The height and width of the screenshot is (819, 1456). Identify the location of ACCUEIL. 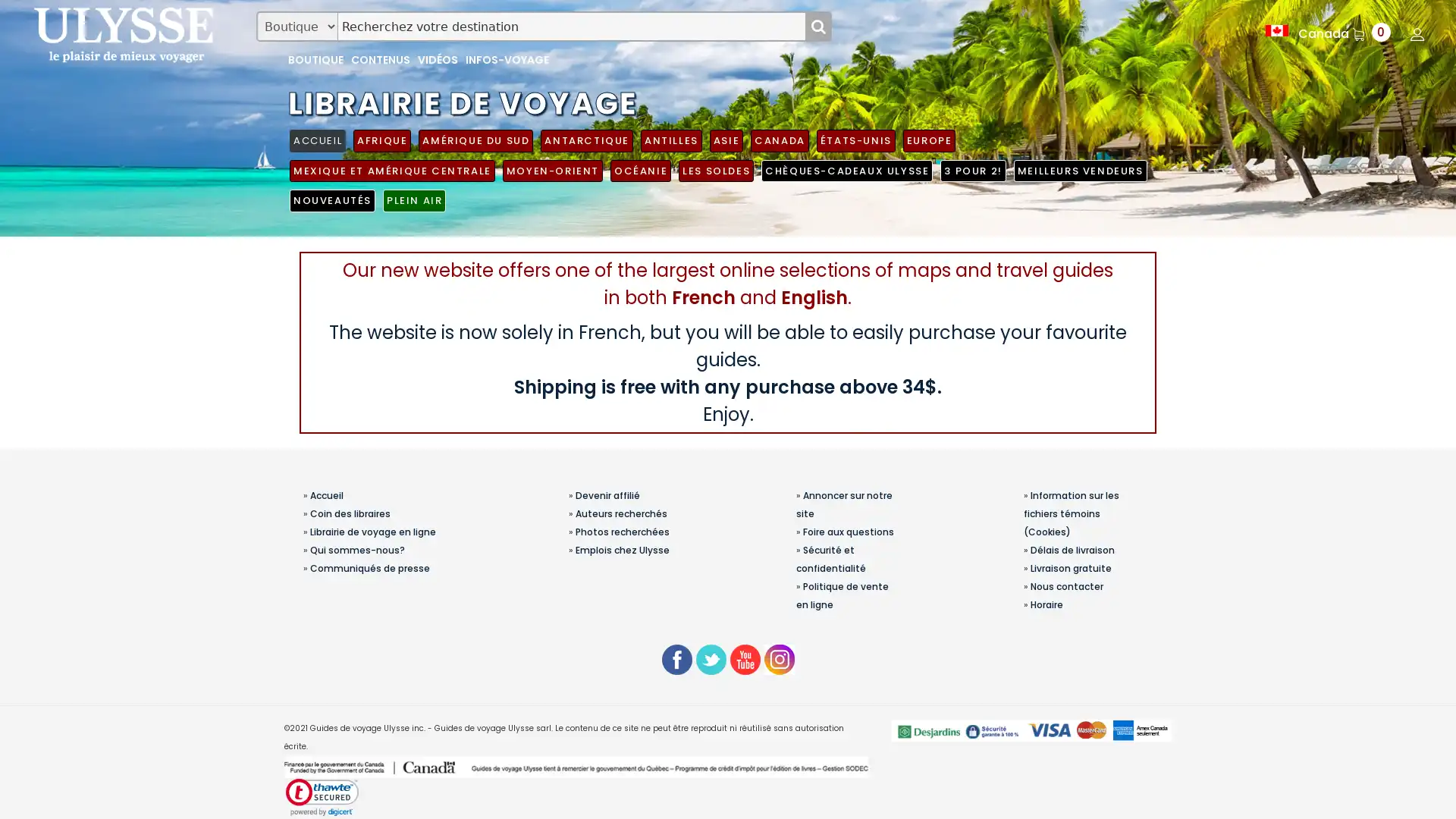
(316, 140).